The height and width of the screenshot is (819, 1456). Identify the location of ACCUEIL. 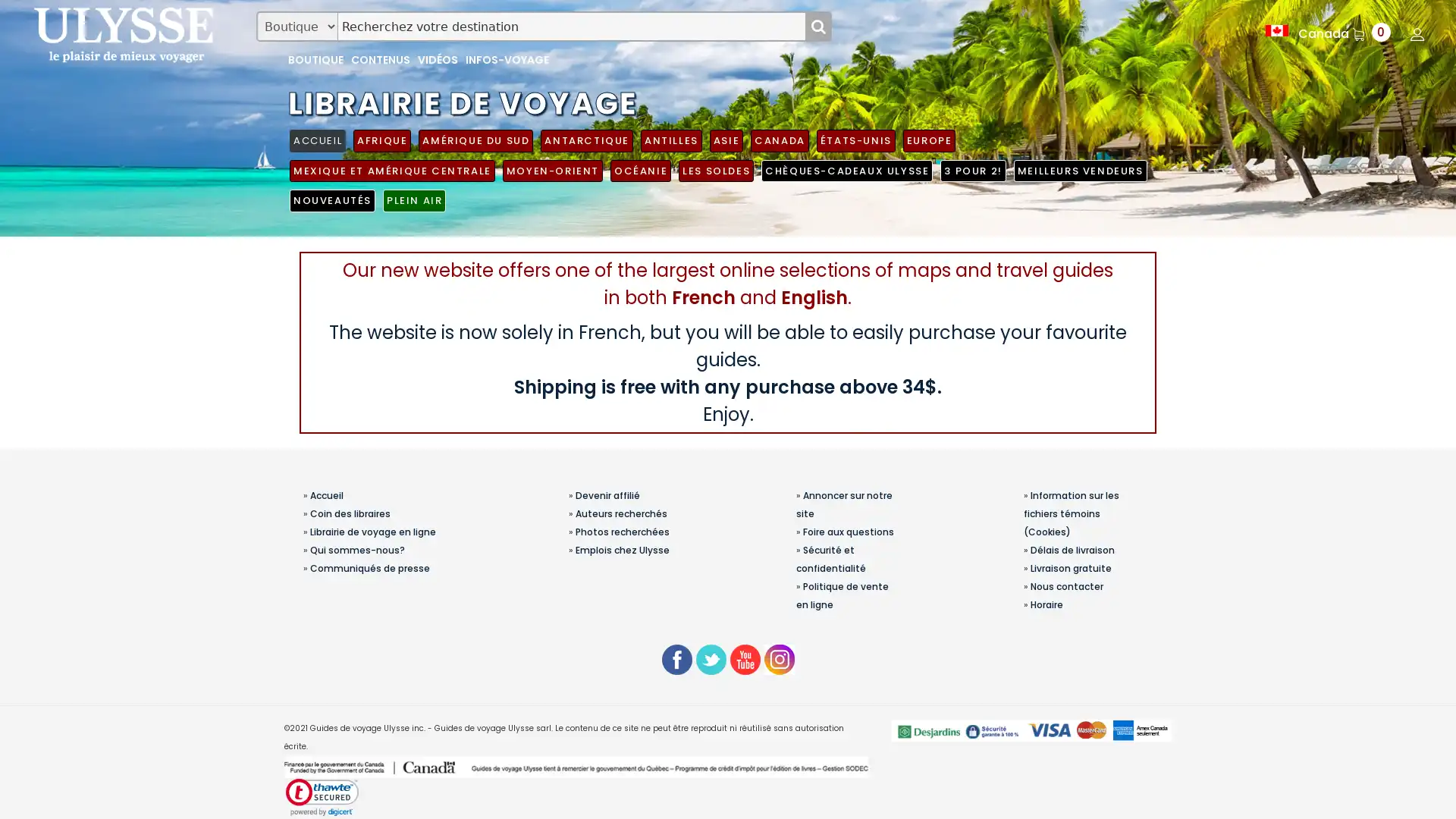
(316, 140).